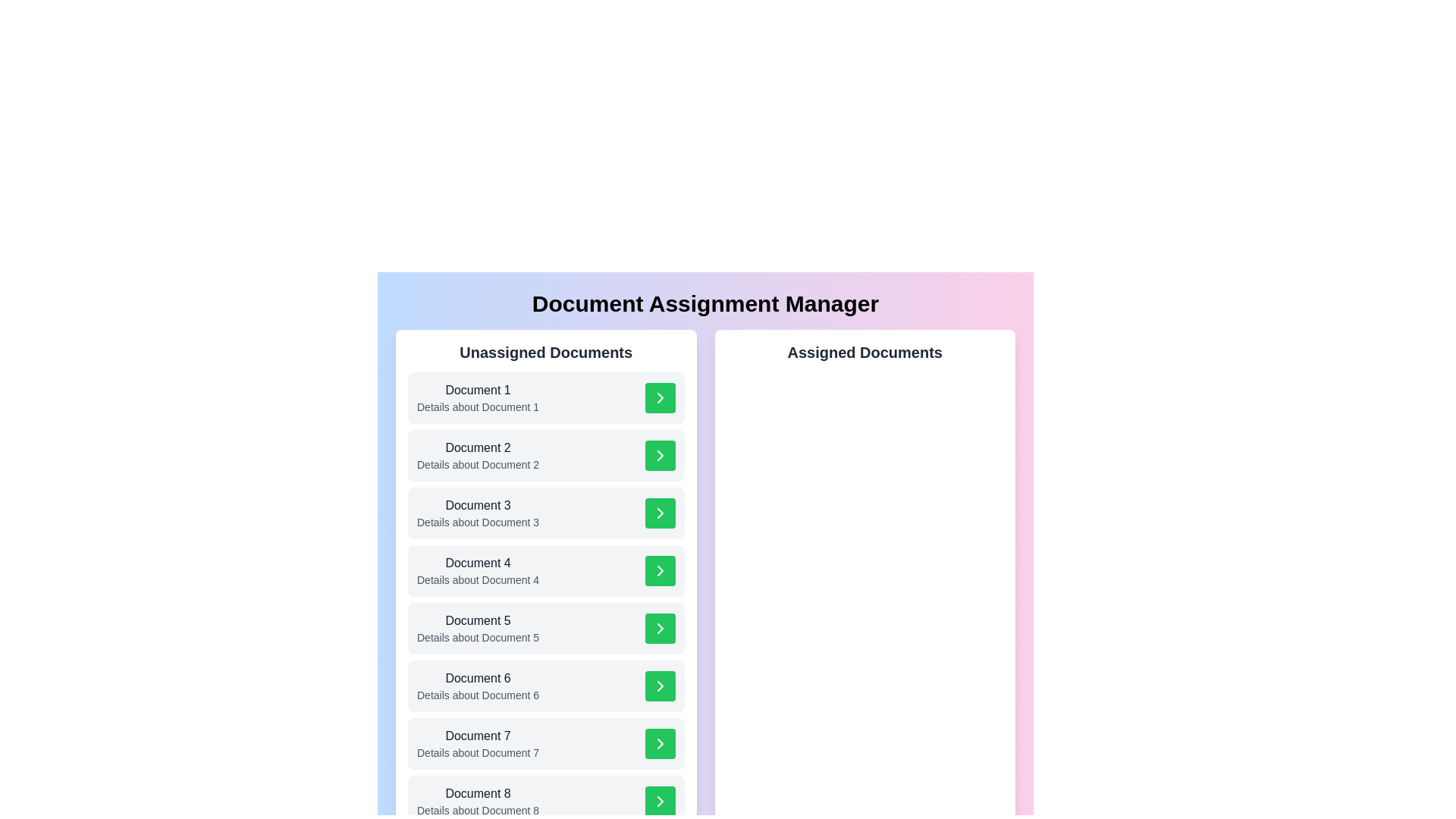 Image resolution: width=1456 pixels, height=819 pixels. What do you see at coordinates (546, 742) in the screenshot?
I see `the green button for 'Document 7' in the Unassigned Documents section` at bounding box center [546, 742].